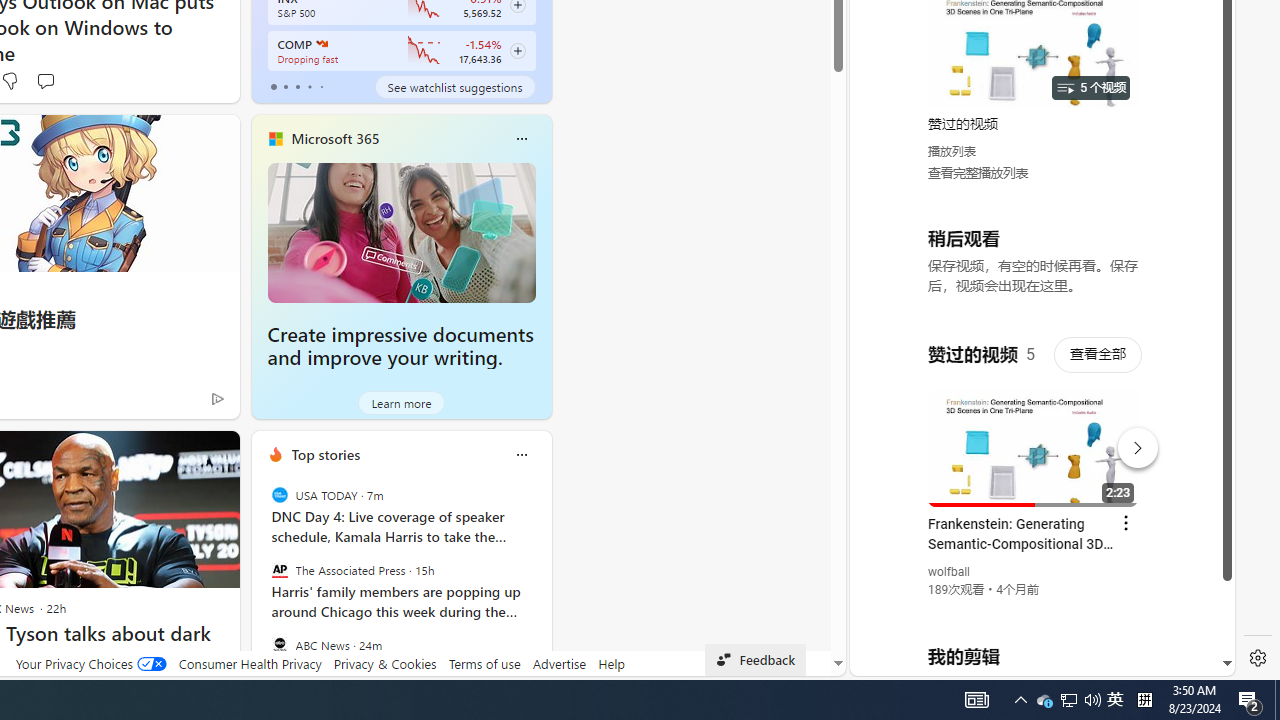 The width and height of the screenshot is (1280, 720). What do you see at coordinates (308, 86) in the screenshot?
I see `'tab-3'` at bounding box center [308, 86].